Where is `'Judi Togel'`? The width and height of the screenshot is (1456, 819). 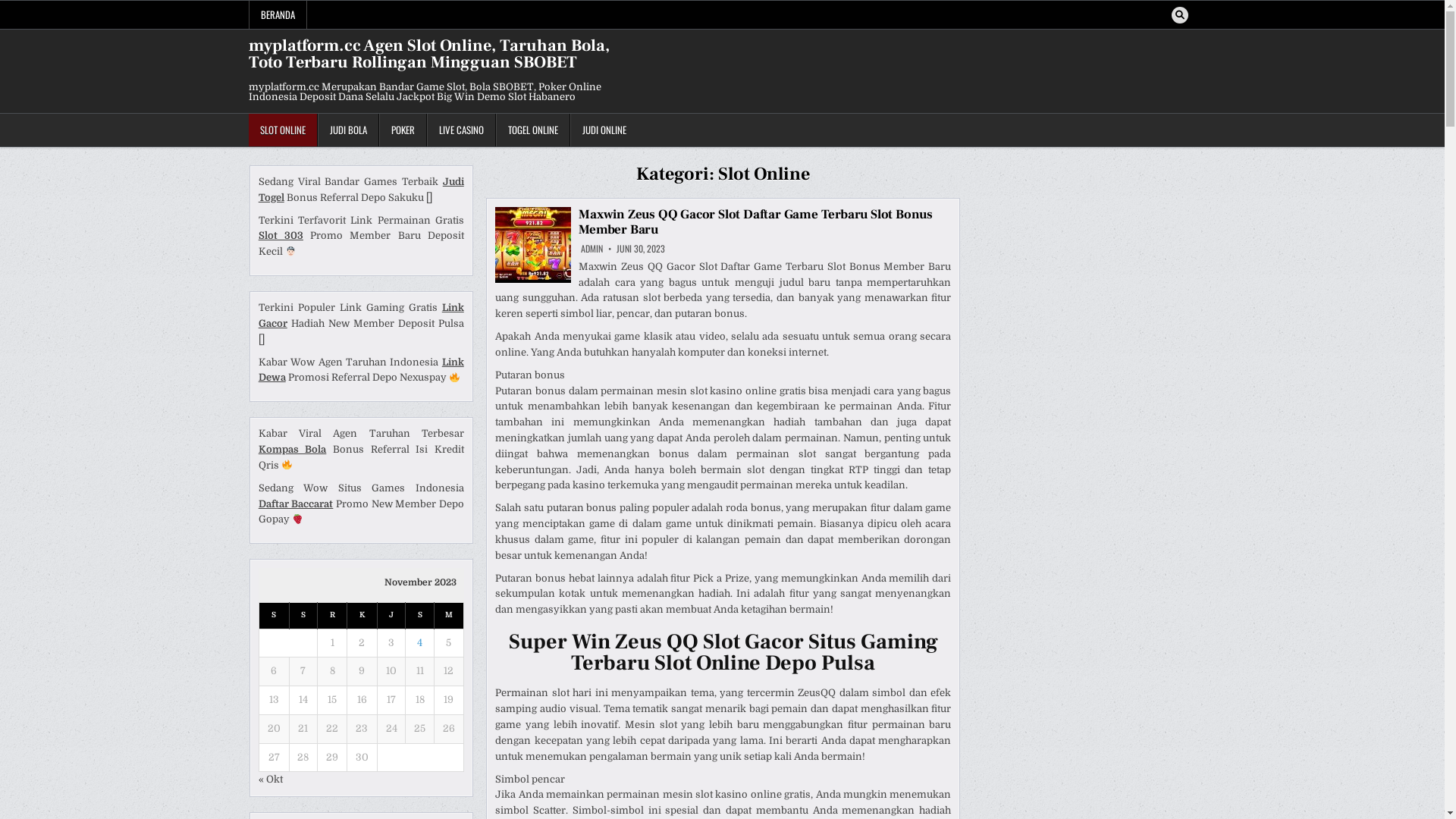
'Judi Togel' is located at coordinates (360, 189).